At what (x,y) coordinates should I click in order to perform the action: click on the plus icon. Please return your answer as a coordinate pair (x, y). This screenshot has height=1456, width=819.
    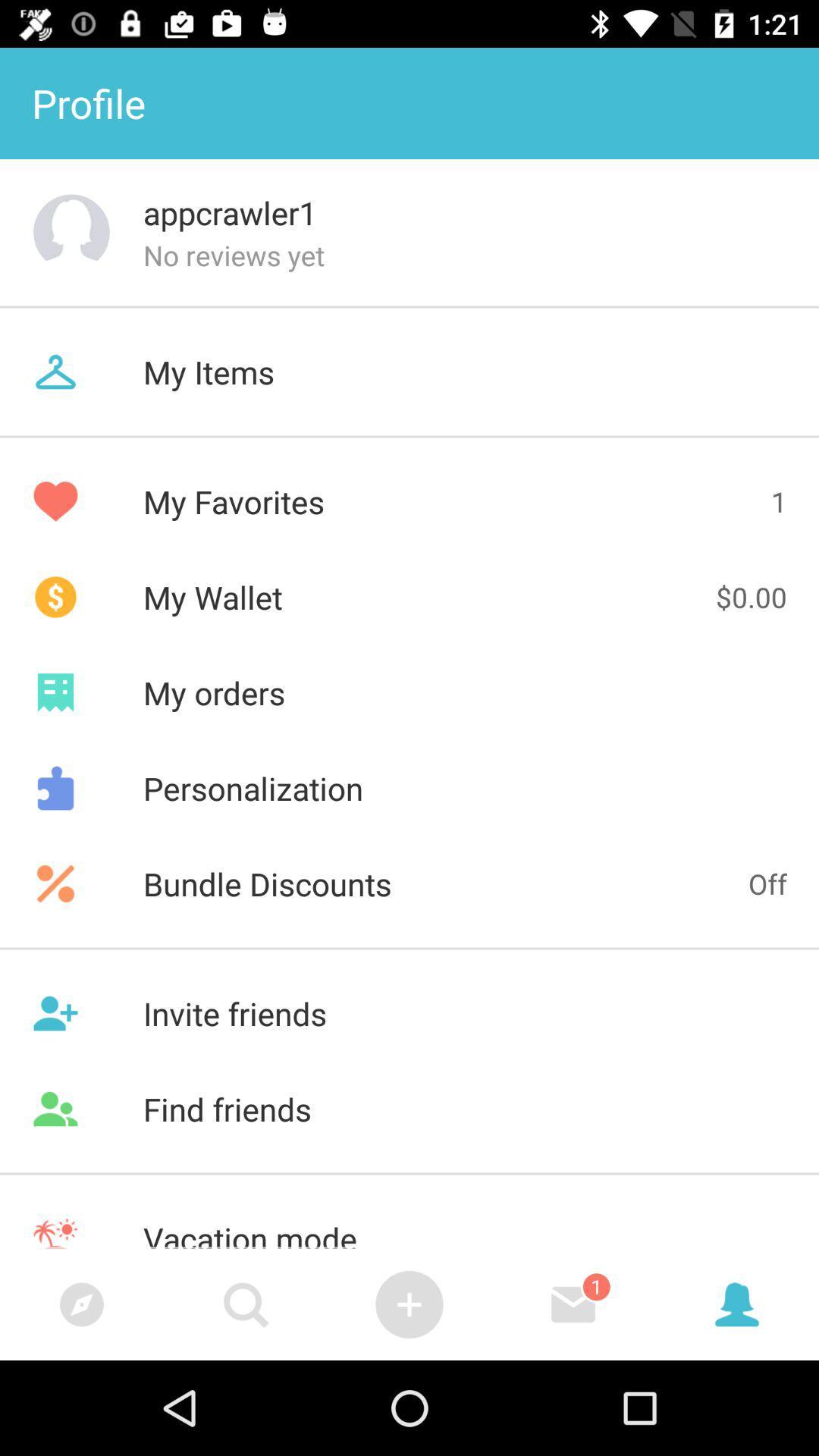
    Looking at the image, I should click on (409, 1304).